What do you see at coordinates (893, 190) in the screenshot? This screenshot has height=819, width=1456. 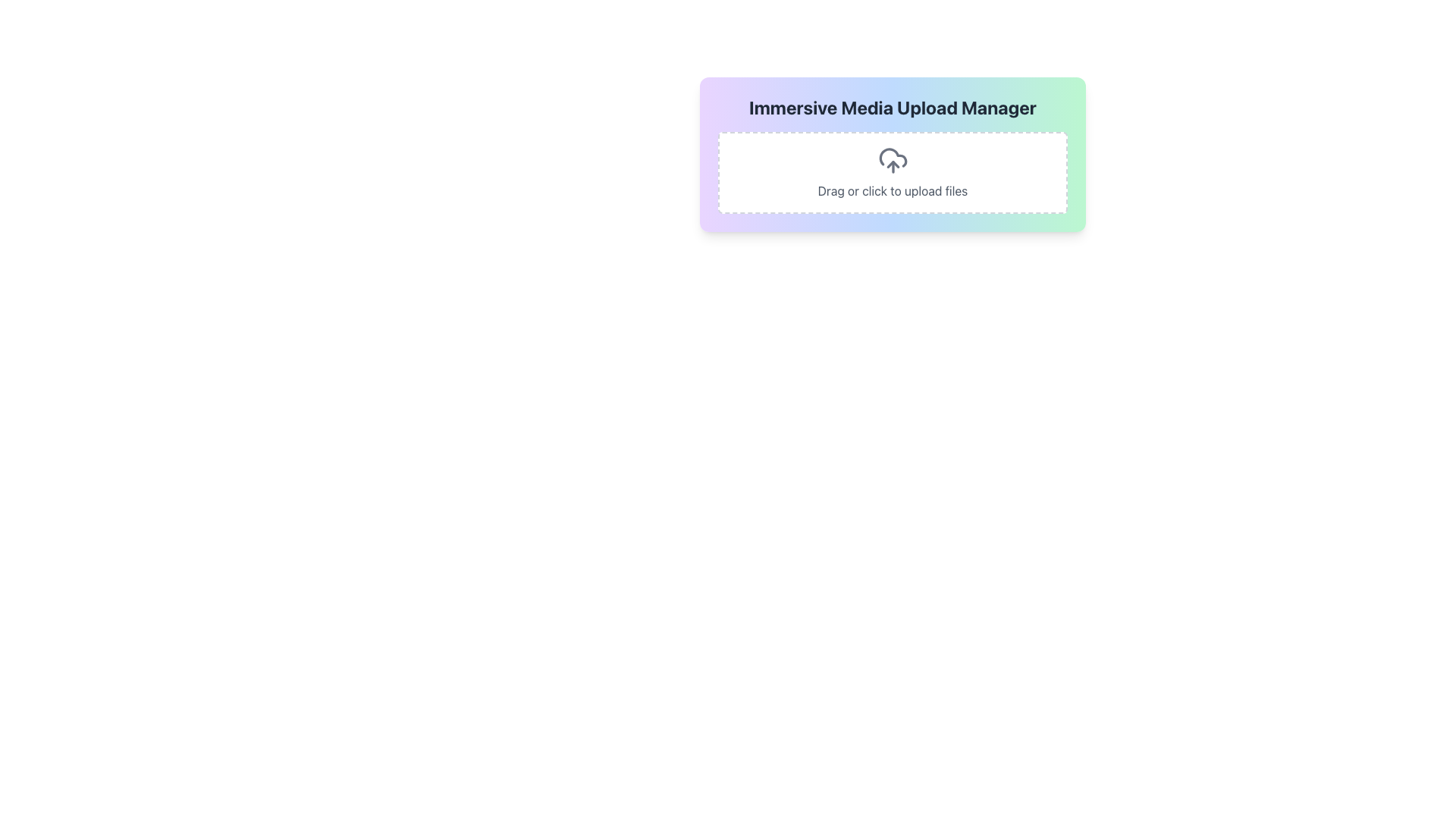 I see `the static text label that provides instructions for file upload, which is located below the cloud upload icon` at bounding box center [893, 190].